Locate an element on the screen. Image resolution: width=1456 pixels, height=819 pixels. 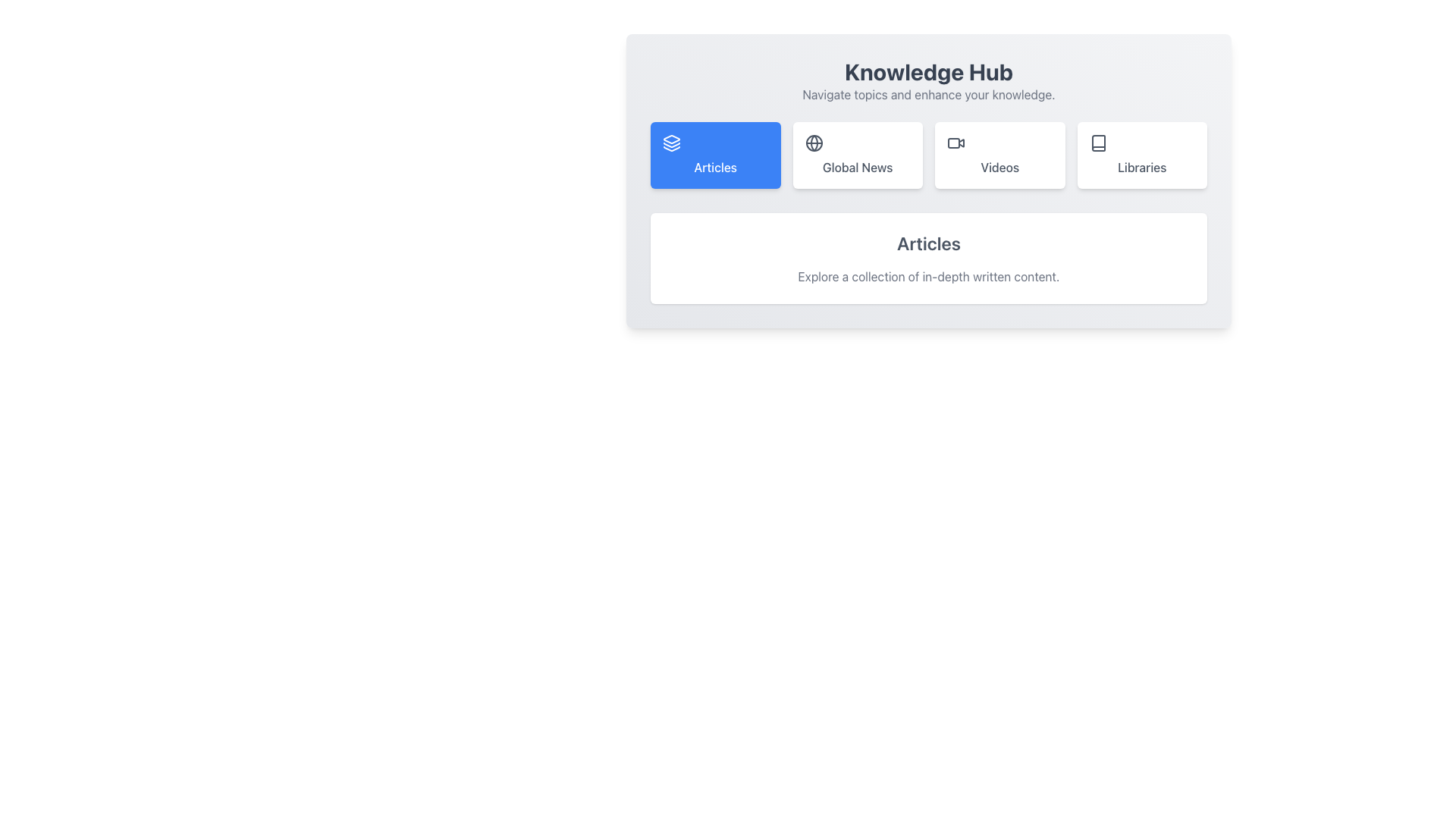
main header text element labeled 'Knowledge Hub' which introduces the section's theme and provides context is located at coordinates (927, 72).